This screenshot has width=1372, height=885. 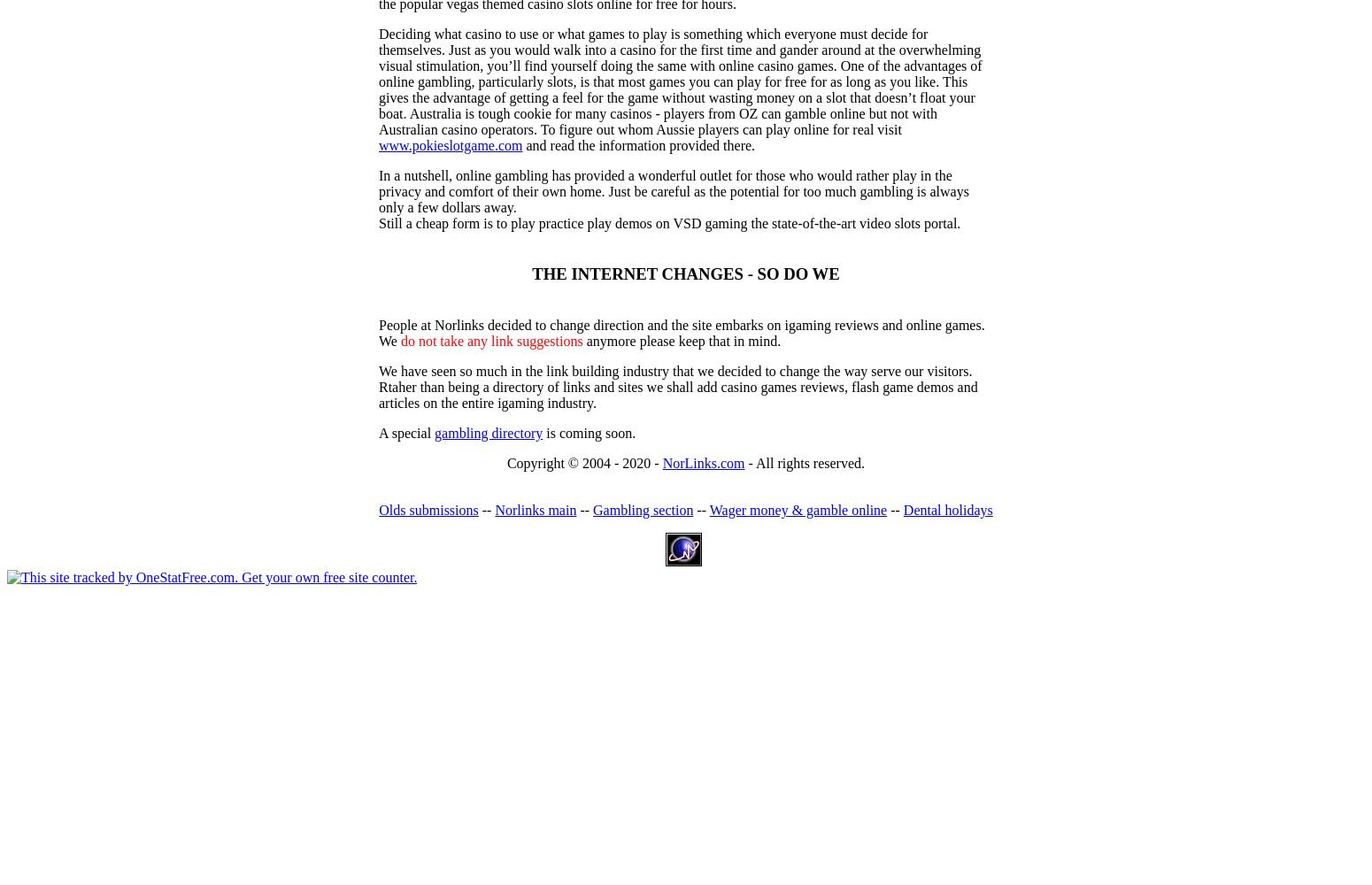 I want to click on 'gambling directory', so click(x=434, y=432).